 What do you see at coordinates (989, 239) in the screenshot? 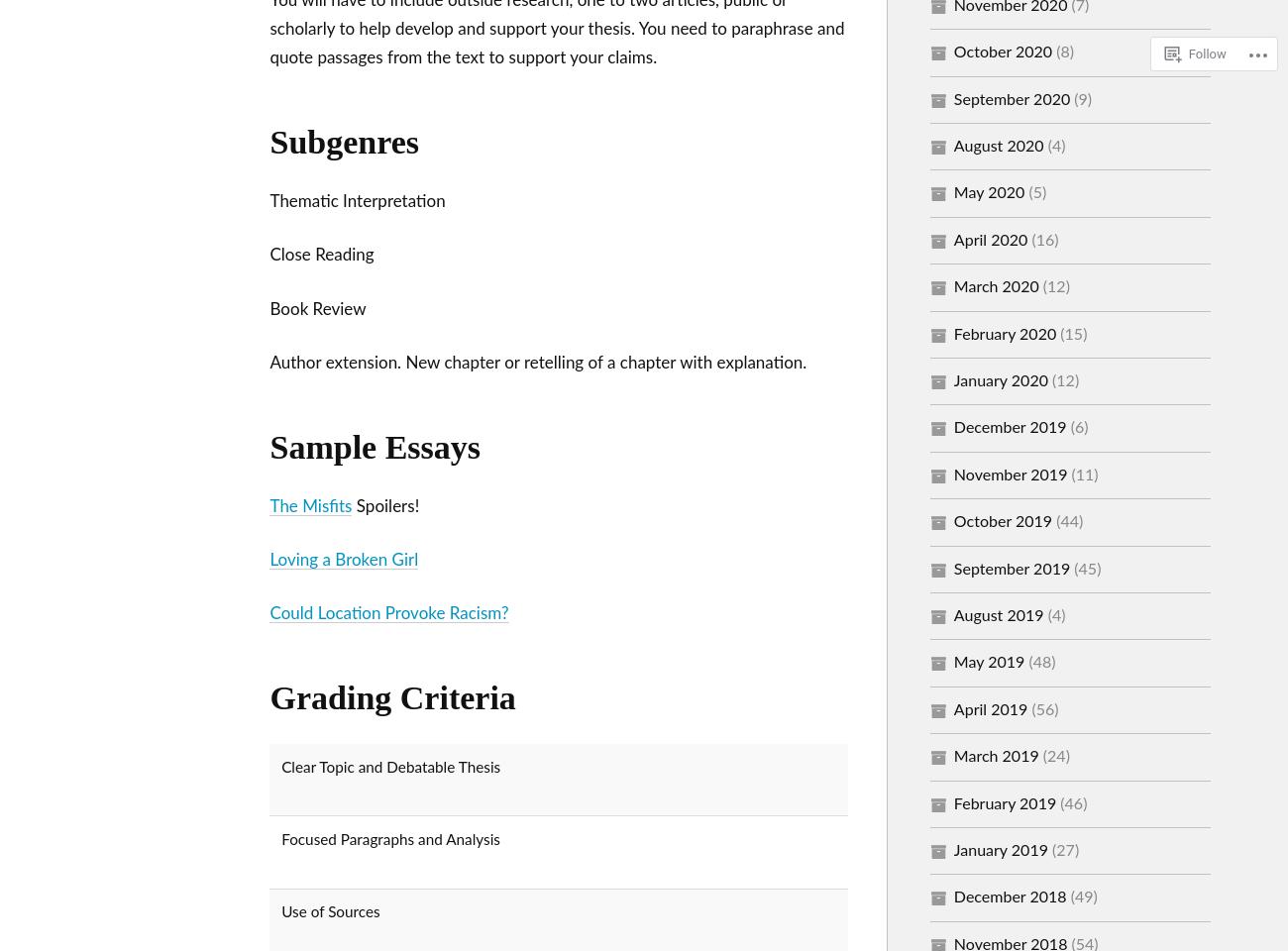
I see `'April 2020'` at bounding box center [989, 239].